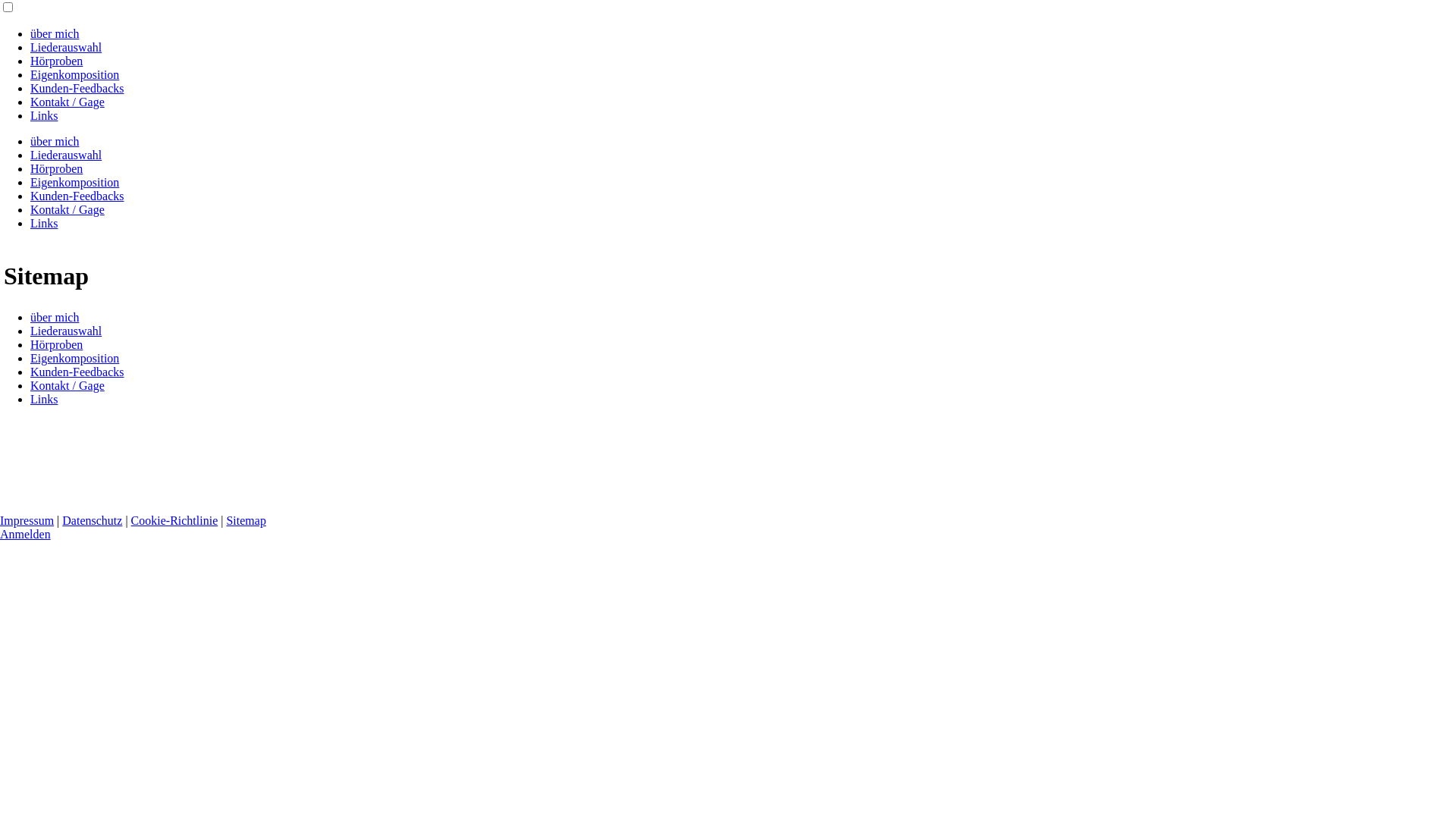  I want to click on 'Impressum', so click(0, 519).